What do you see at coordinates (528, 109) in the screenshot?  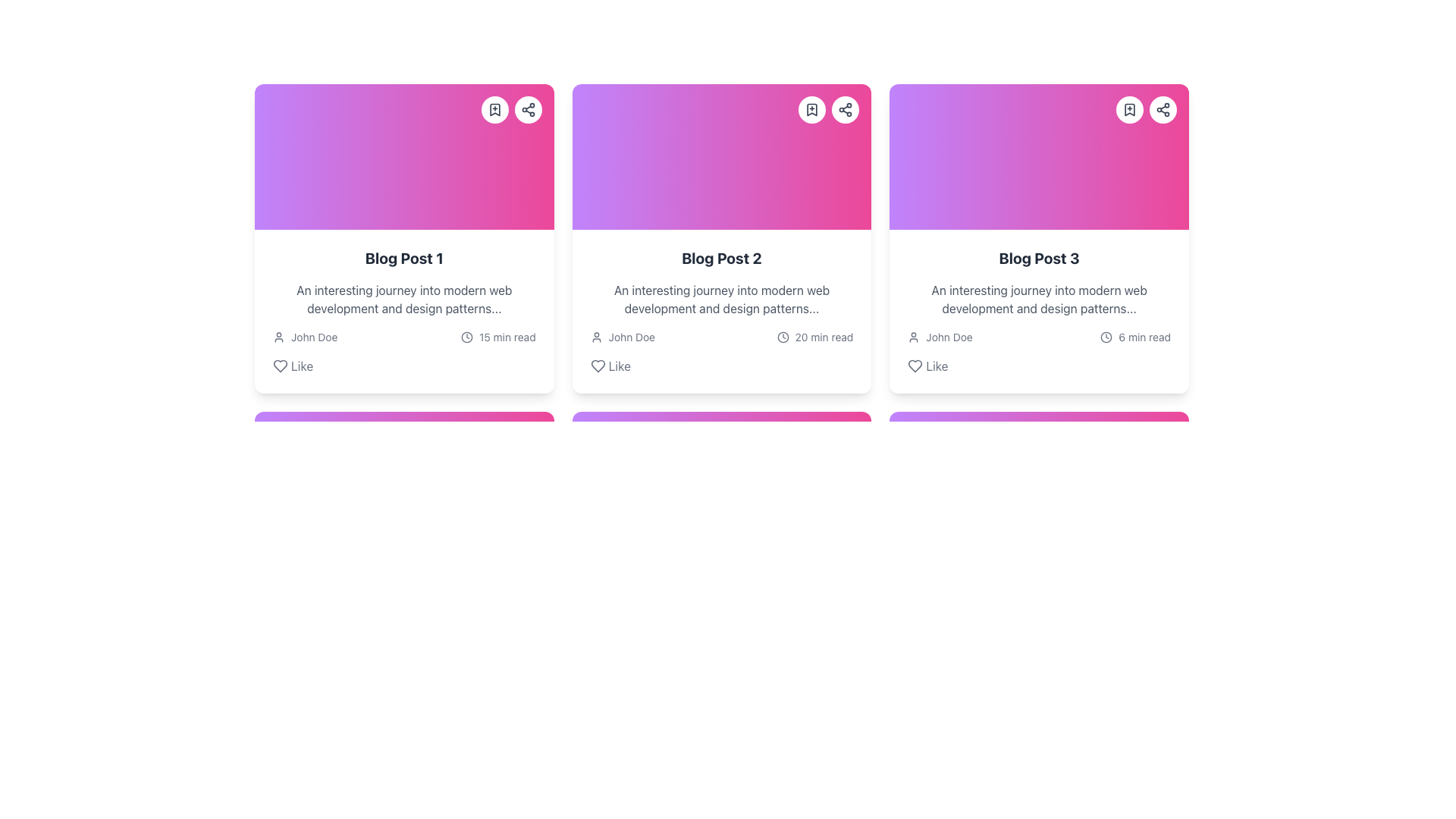 I see `the share icon located in the upper-right corner of the 'Blog Post 1' card` at bounding box center [528, 109].